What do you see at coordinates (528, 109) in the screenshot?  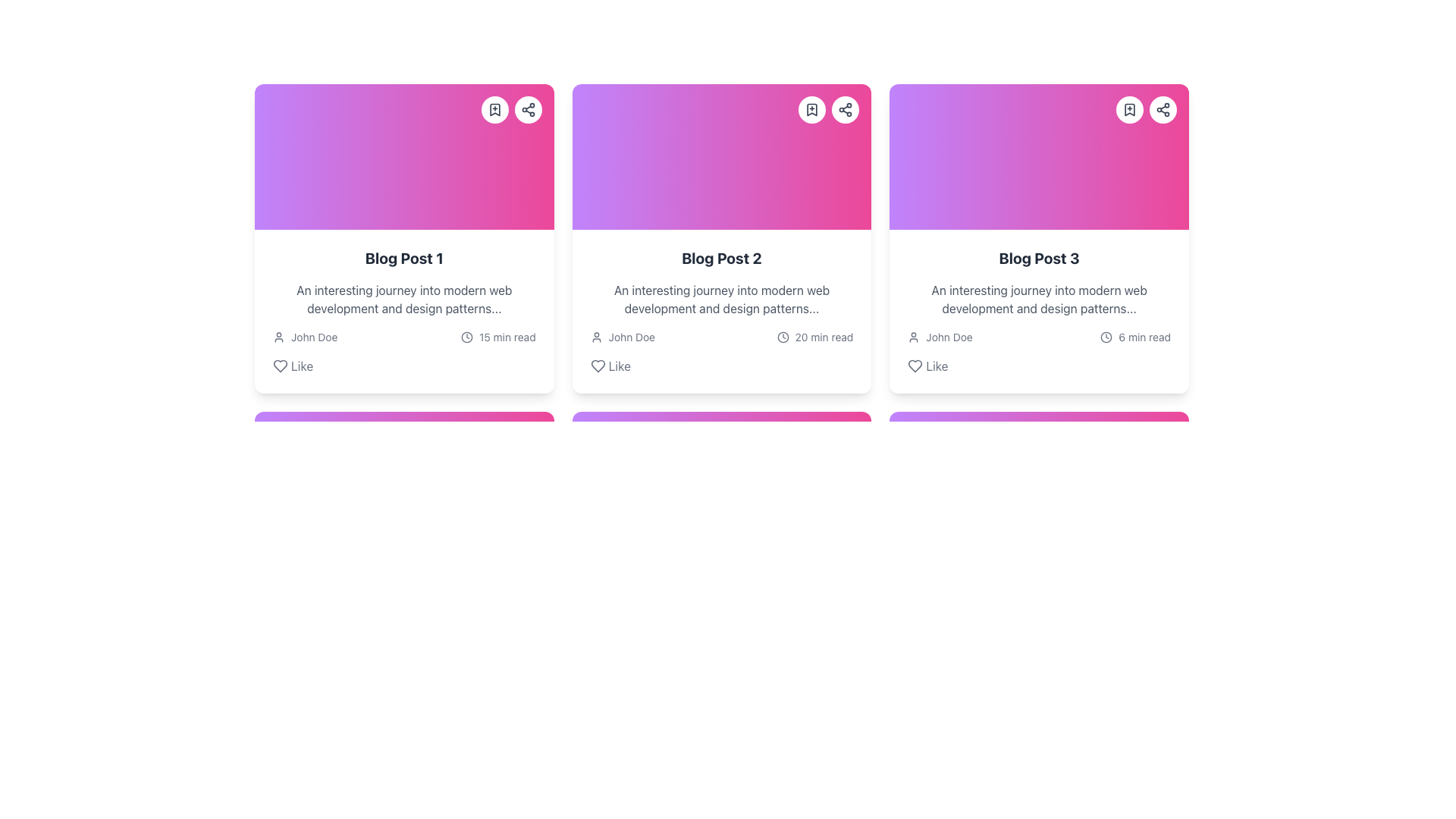 I see `the share icon located in the upper-right corner of the 'Blog Post 1' card` at bounding box center [528, 109].